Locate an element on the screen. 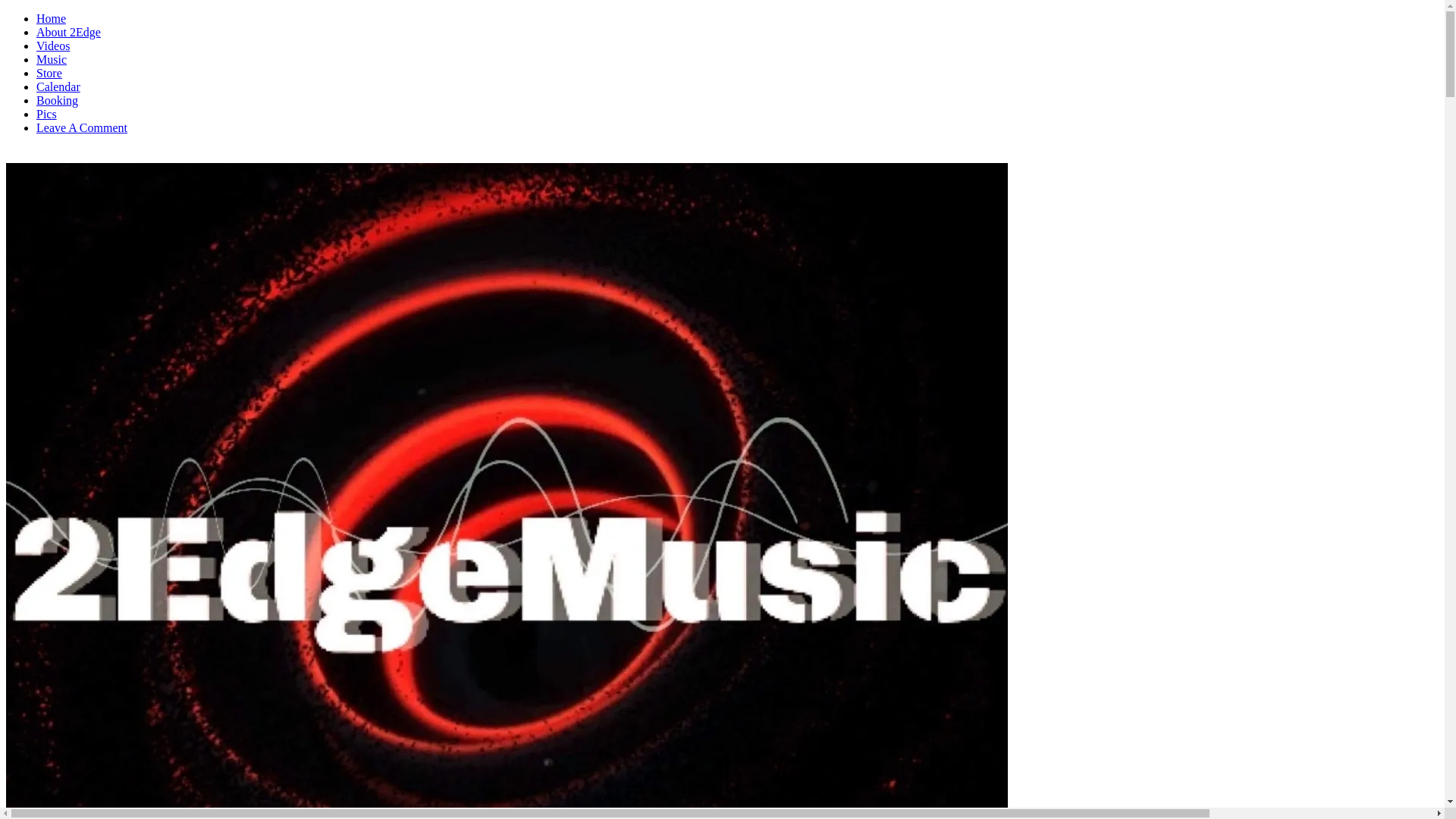 This screenshot has width=1456, height=819. 'Calendar' is located at coordinates (36, 86).